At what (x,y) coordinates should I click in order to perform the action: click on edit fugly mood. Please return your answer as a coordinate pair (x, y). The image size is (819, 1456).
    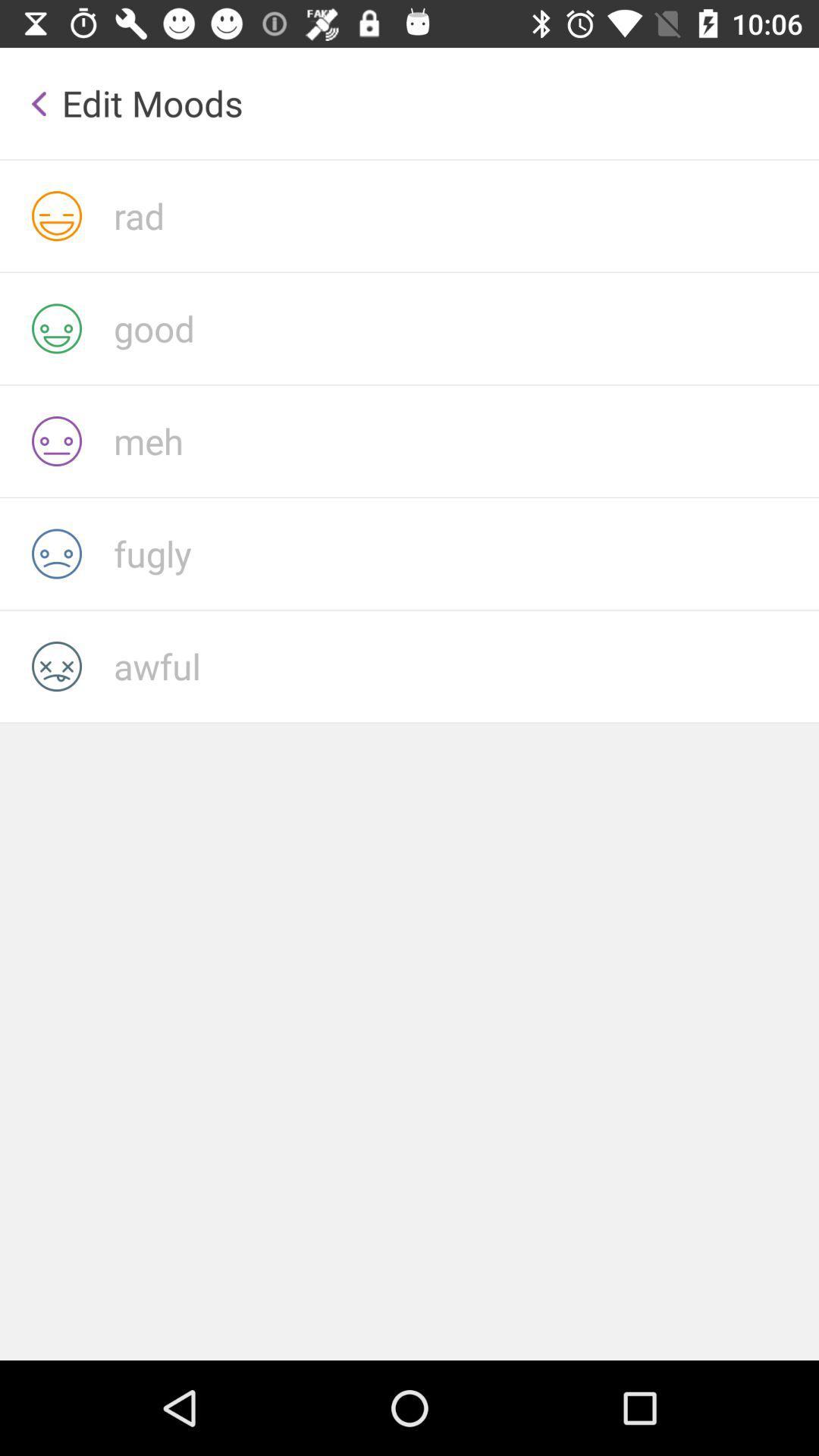
    Looking at the image, I should click on (465, 553).